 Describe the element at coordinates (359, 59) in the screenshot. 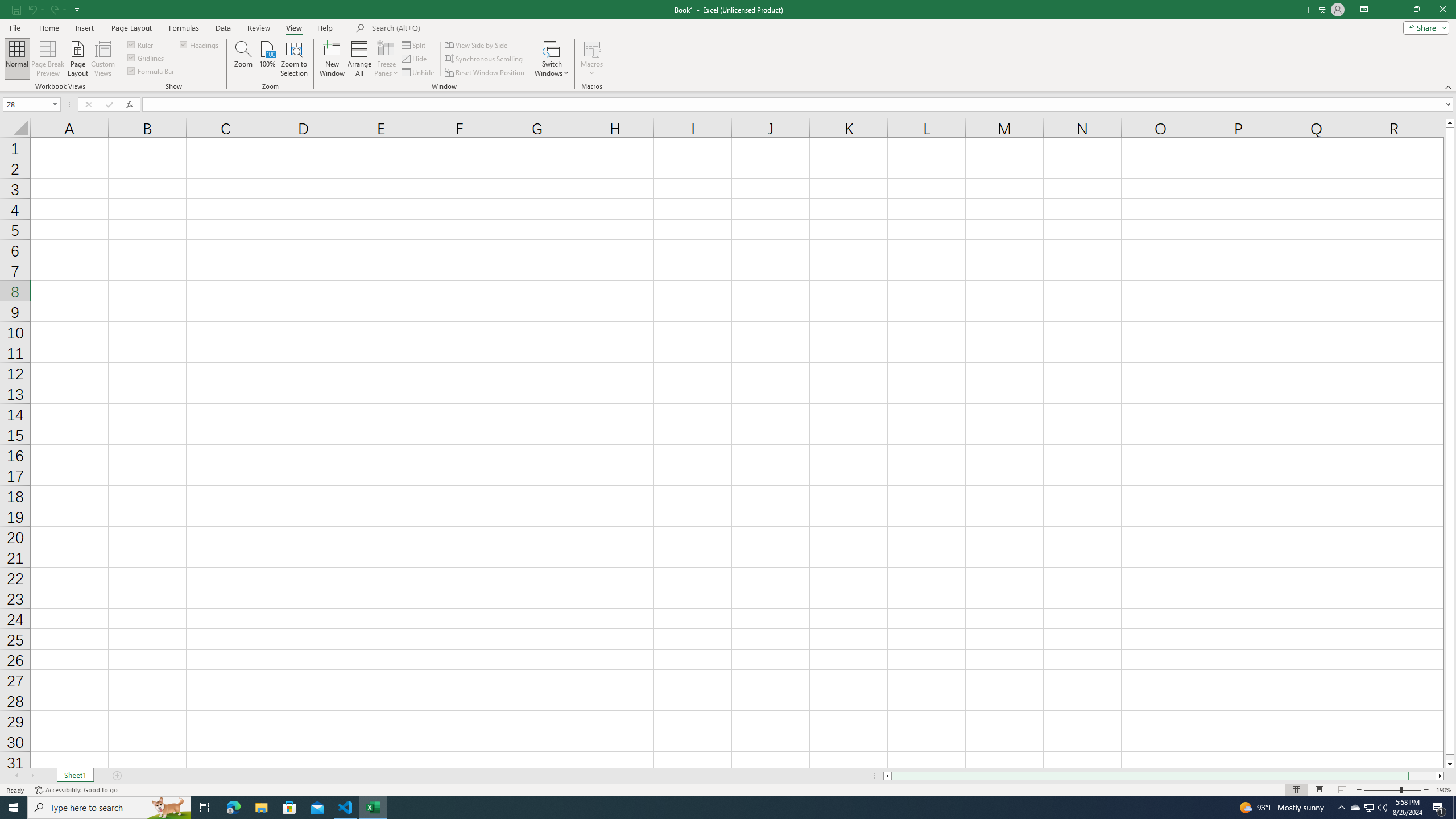

I see `'Arrange All'` at that location.